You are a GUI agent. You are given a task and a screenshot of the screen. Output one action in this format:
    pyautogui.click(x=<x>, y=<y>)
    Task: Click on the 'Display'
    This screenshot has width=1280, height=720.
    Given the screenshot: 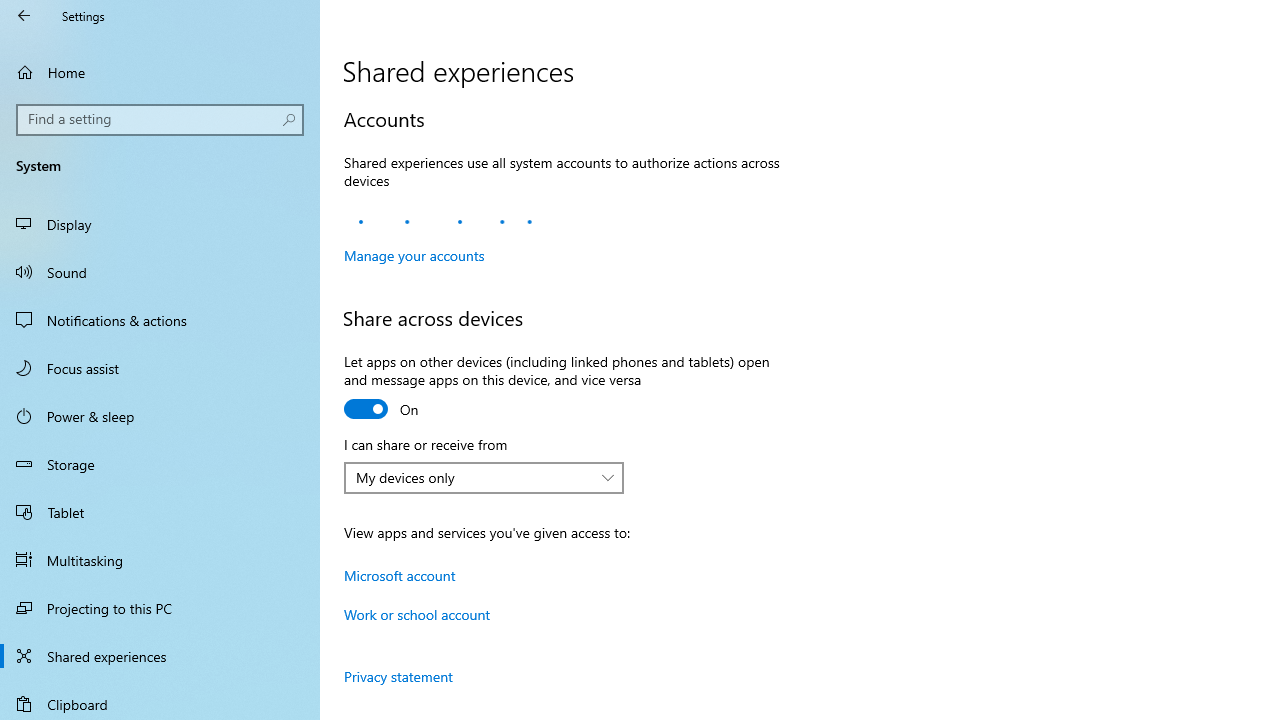 What is the action you would take?
    pyautogui.click(x=160, y=223)
    